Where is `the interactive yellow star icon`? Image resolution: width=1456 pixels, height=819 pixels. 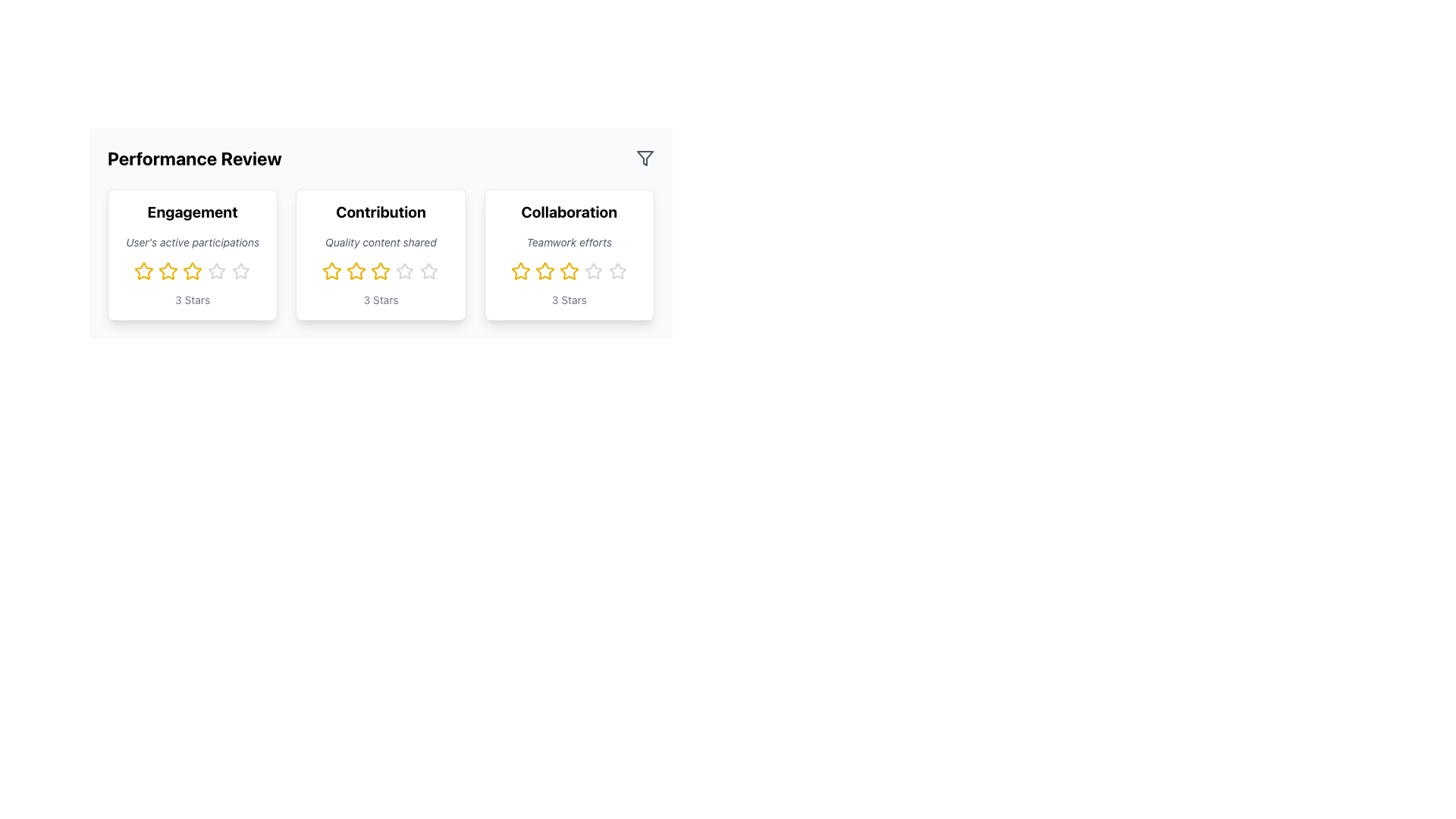 the interactive yellow star icon is located at coordinates (520, 270).